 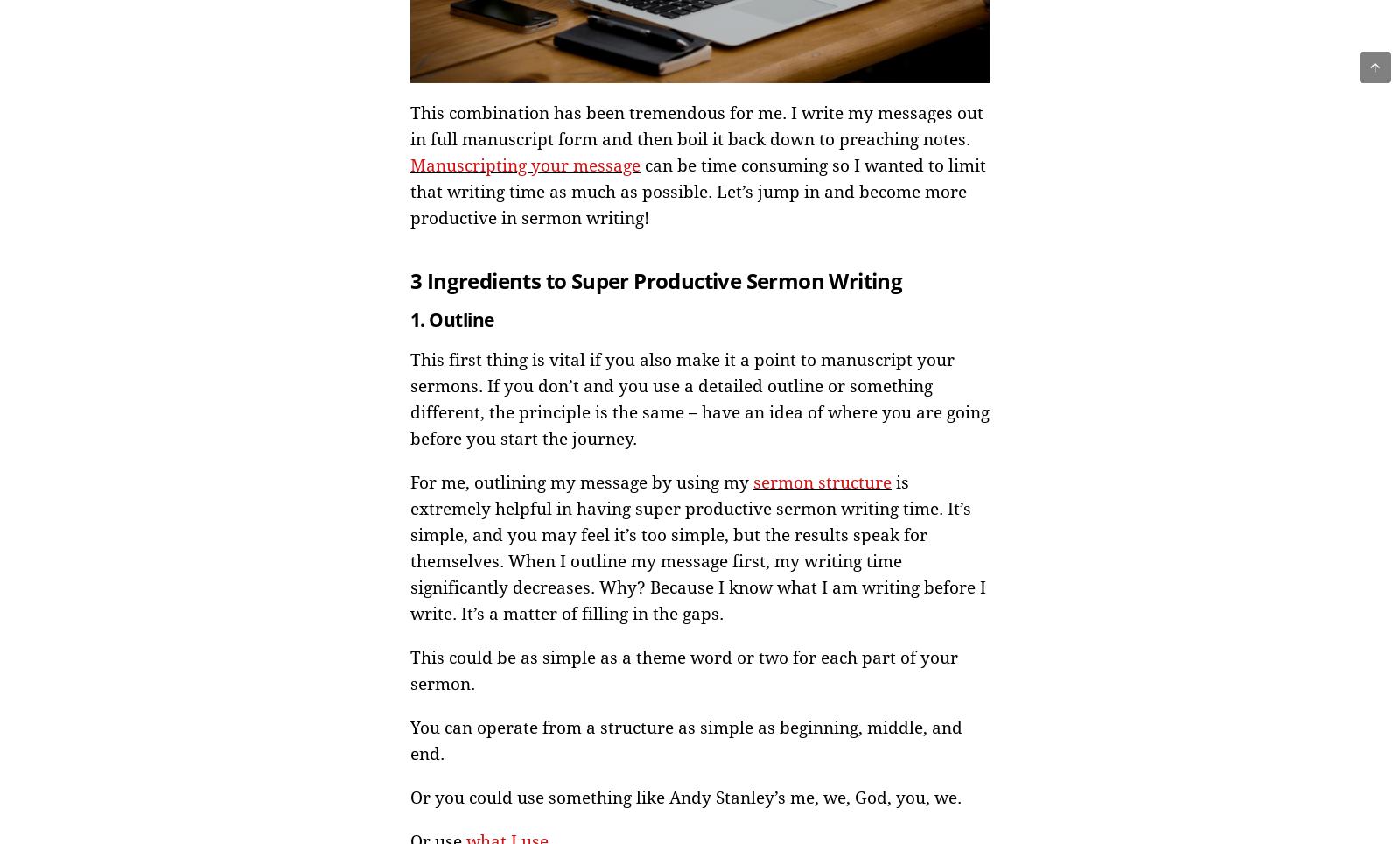 What do you see at coordinates (822, 482) in the screenshot?
I see `'sermon structure'` at bounding box center [822, 482].